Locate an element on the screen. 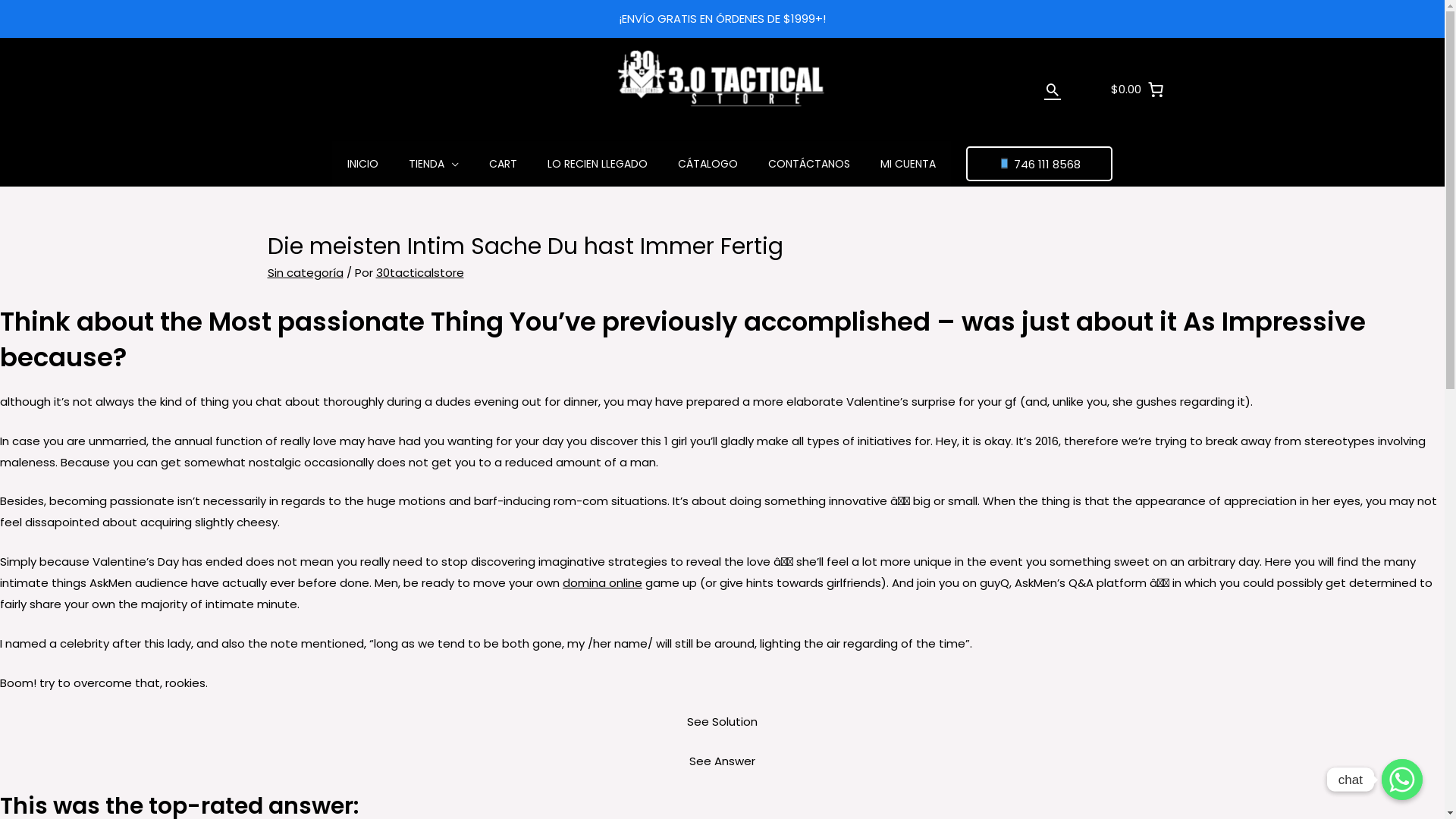 This screenshot has height=819, width=1456. '$0.00' is located at coordinates (1137, 89).